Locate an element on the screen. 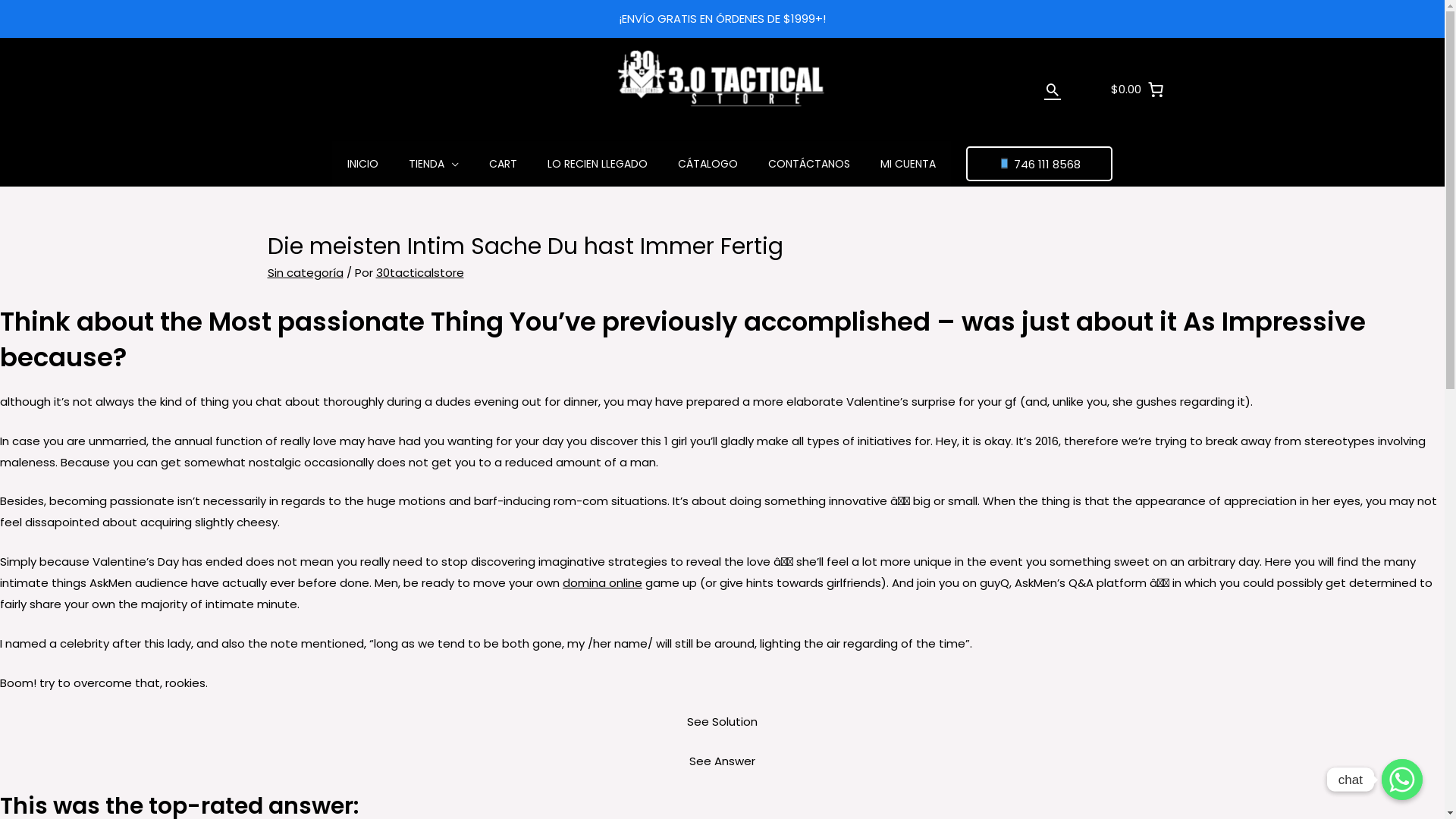 This screenshot has height=819, width=1456. '$0.00' is located at coordinates (1137, 89).